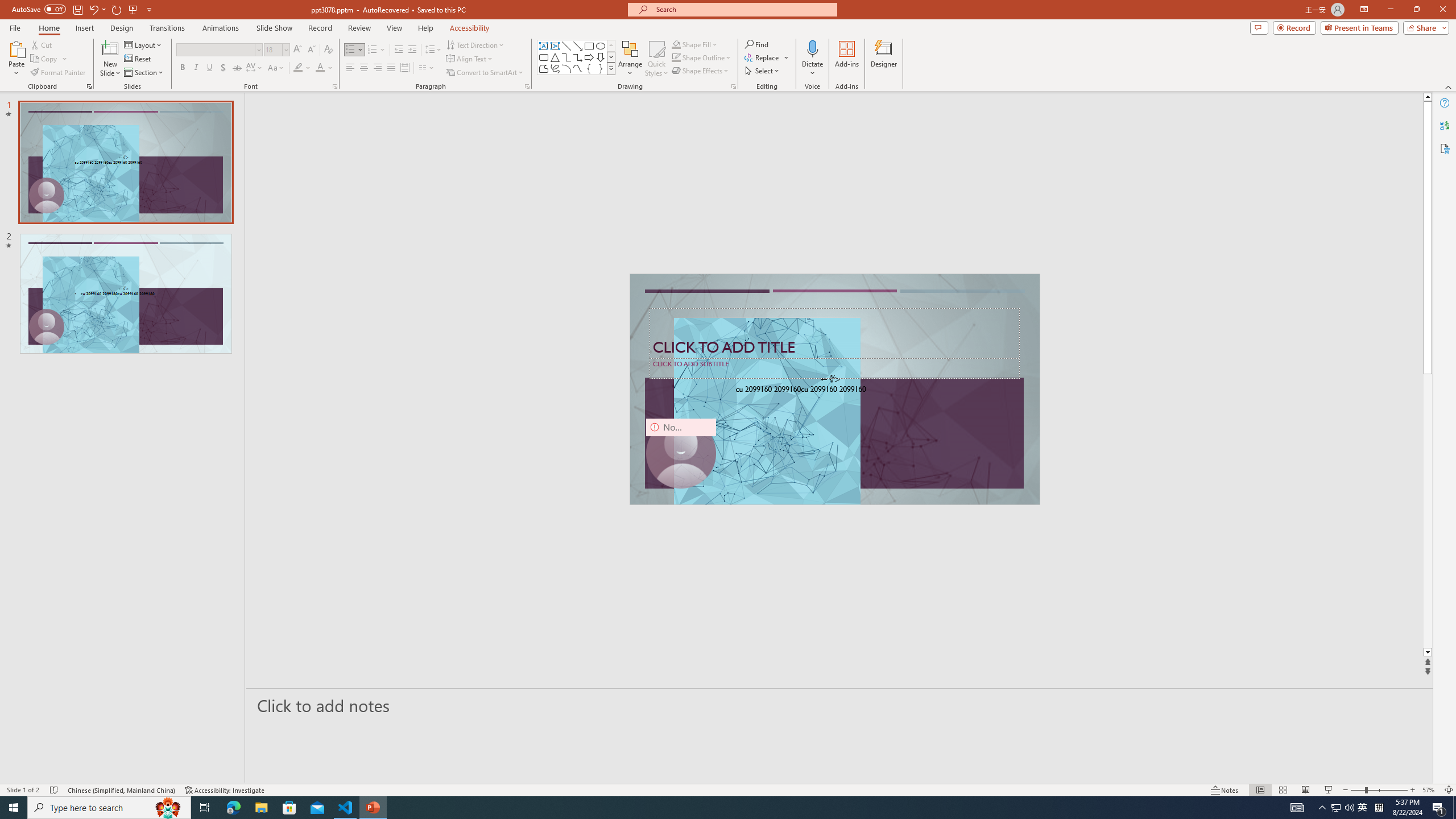 This screenshot has height=819, width=1456. Describe the element at coordinates (812, 59) in the screenshot. I see `'Dictate'` at that location.